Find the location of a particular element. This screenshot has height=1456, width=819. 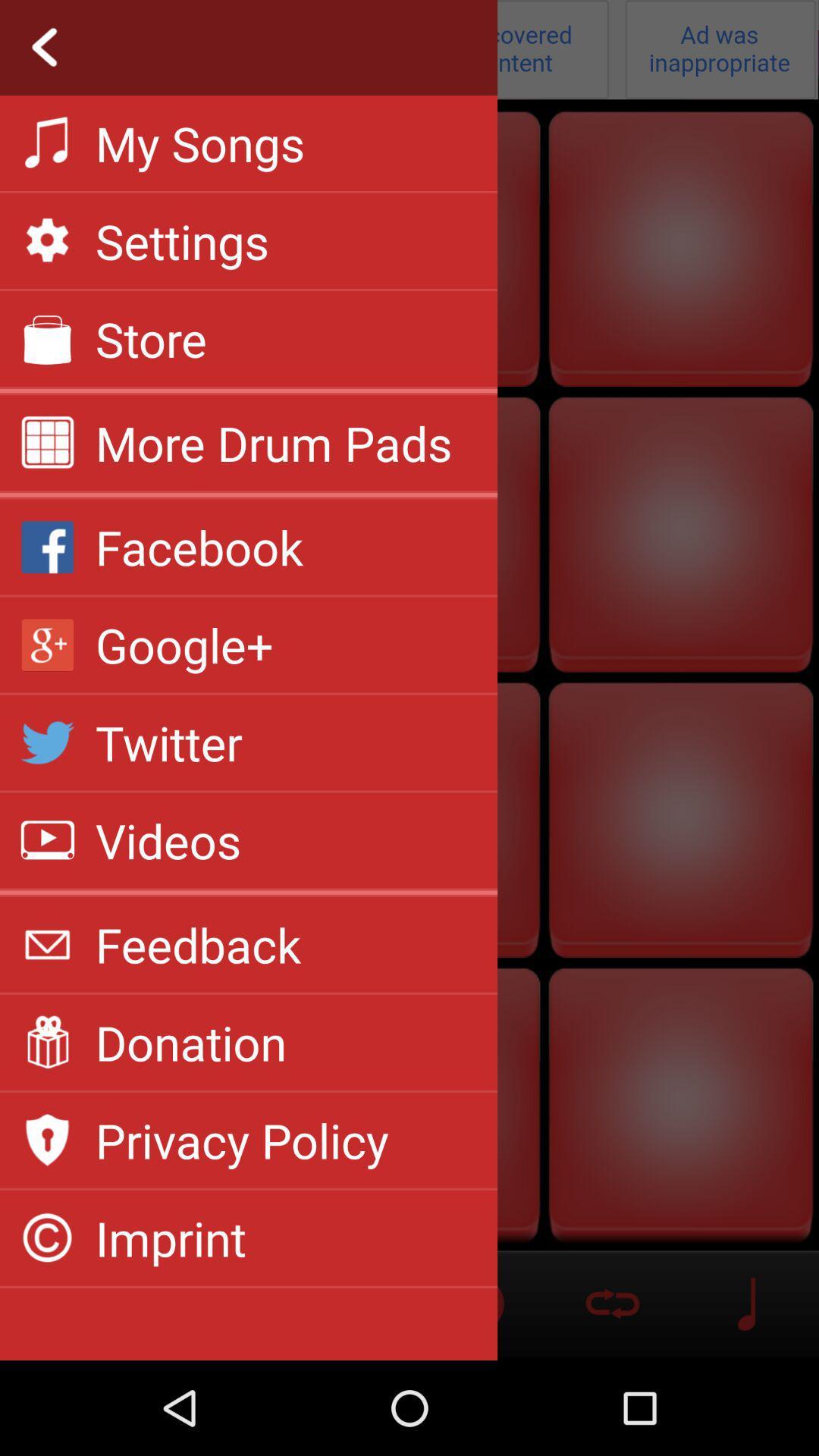

app below the twitter app is located at coordinates (168, 839).